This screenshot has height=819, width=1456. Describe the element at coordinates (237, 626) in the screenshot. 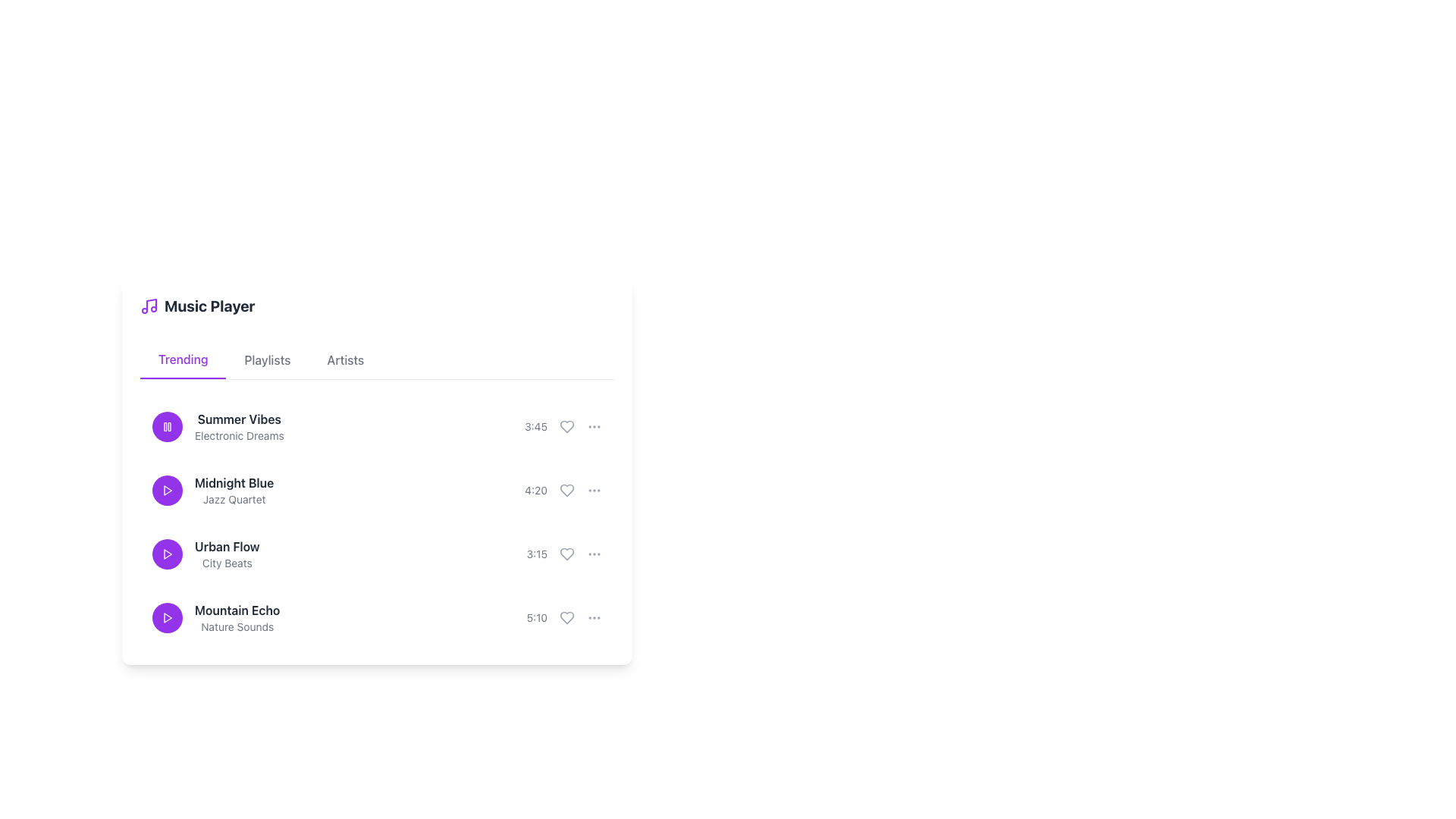

I see `the descriptive subtitle for the audio track titled 'Mountain Echo', located at the bottom of the vertical list in the 'Trending' tab of the music player interface` at that location.